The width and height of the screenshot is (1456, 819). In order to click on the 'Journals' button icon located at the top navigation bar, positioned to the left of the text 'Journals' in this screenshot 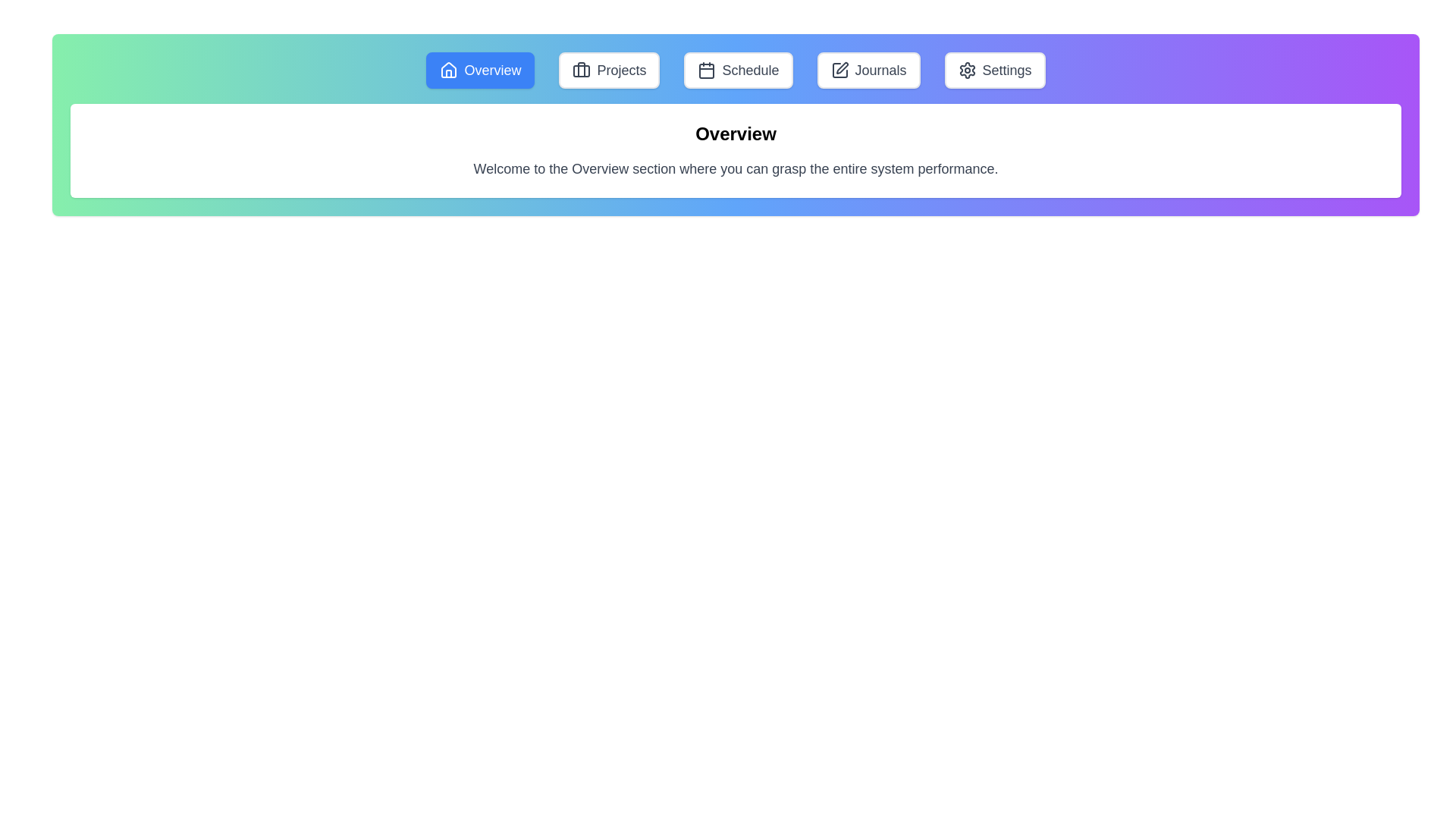, I will do `click(839, 70)`.